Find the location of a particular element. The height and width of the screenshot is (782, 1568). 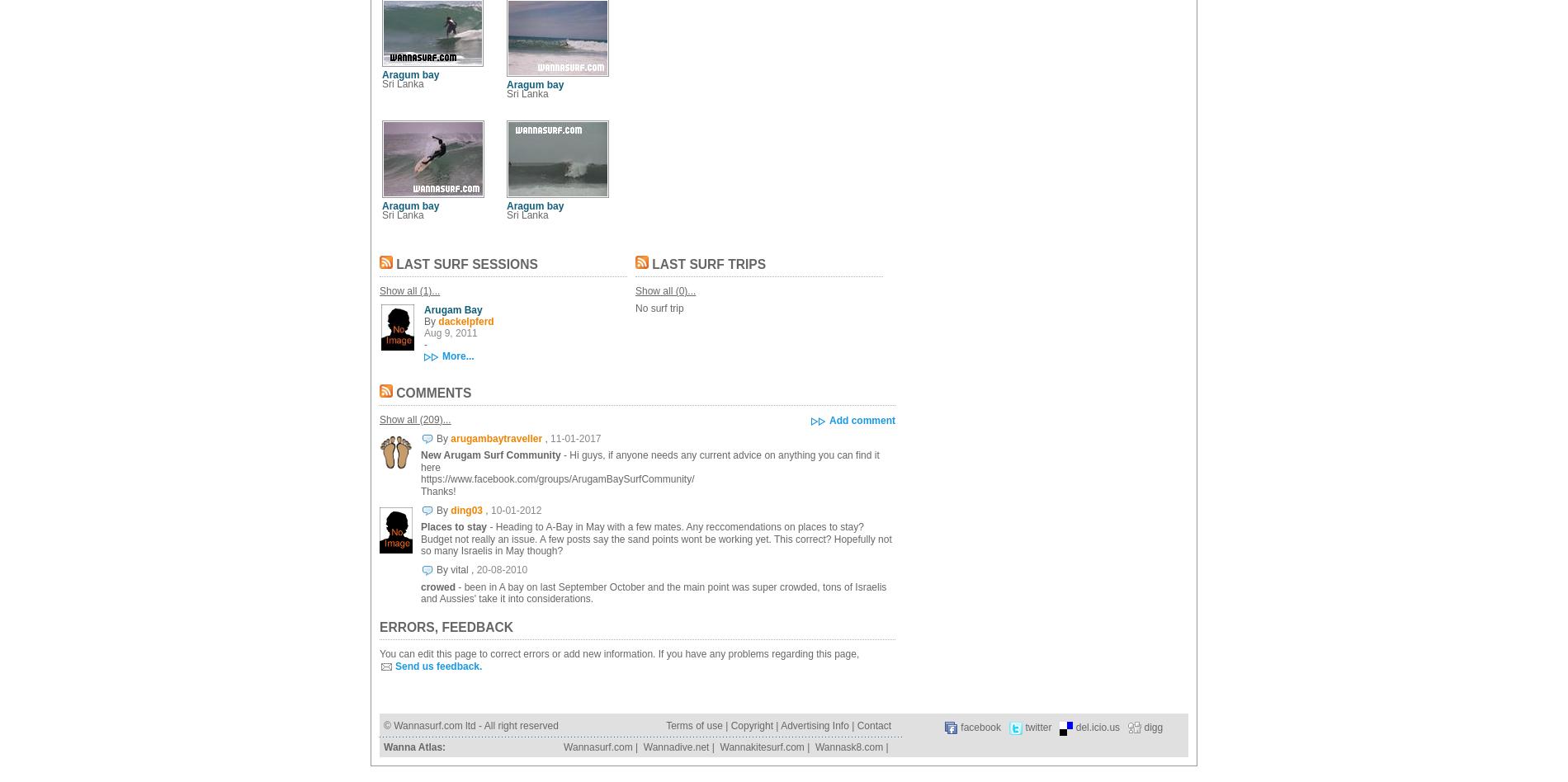

'Wannakitesurf.com' is located at coordinates (761, 747).